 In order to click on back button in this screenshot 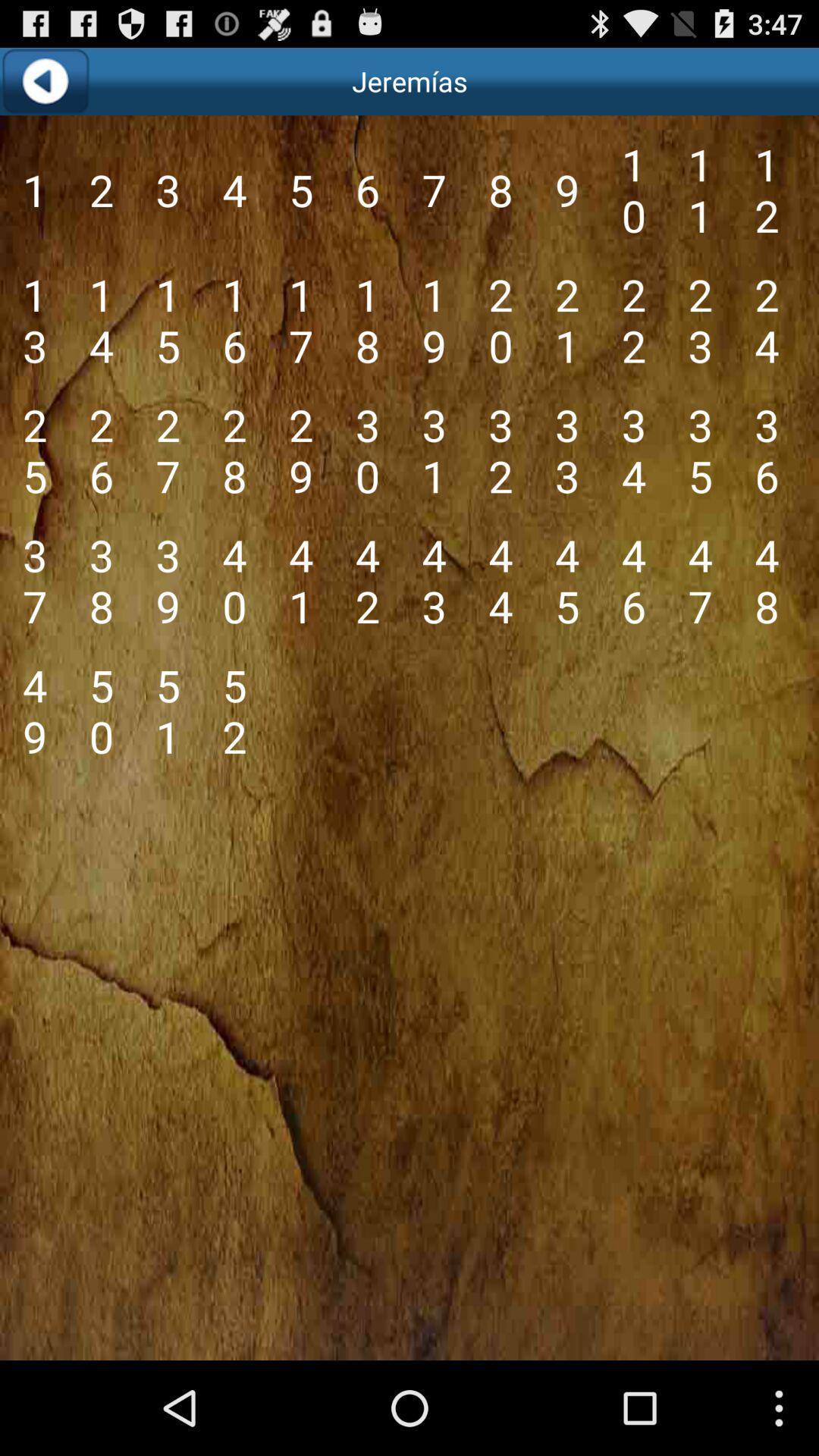, I will do `click(44, 80)`.